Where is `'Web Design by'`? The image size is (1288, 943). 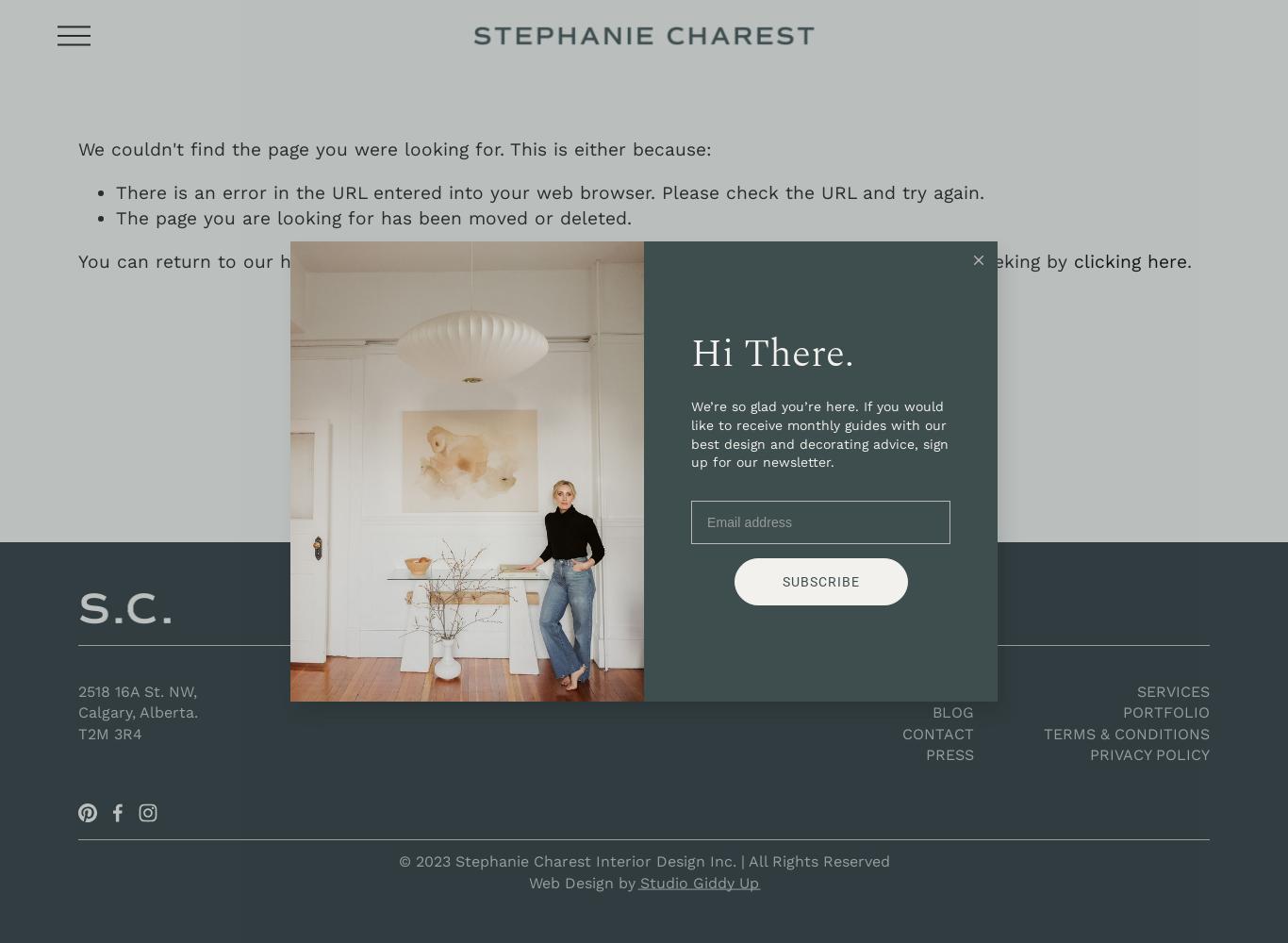
'Web Design by' is located at coordinates (584, 882).